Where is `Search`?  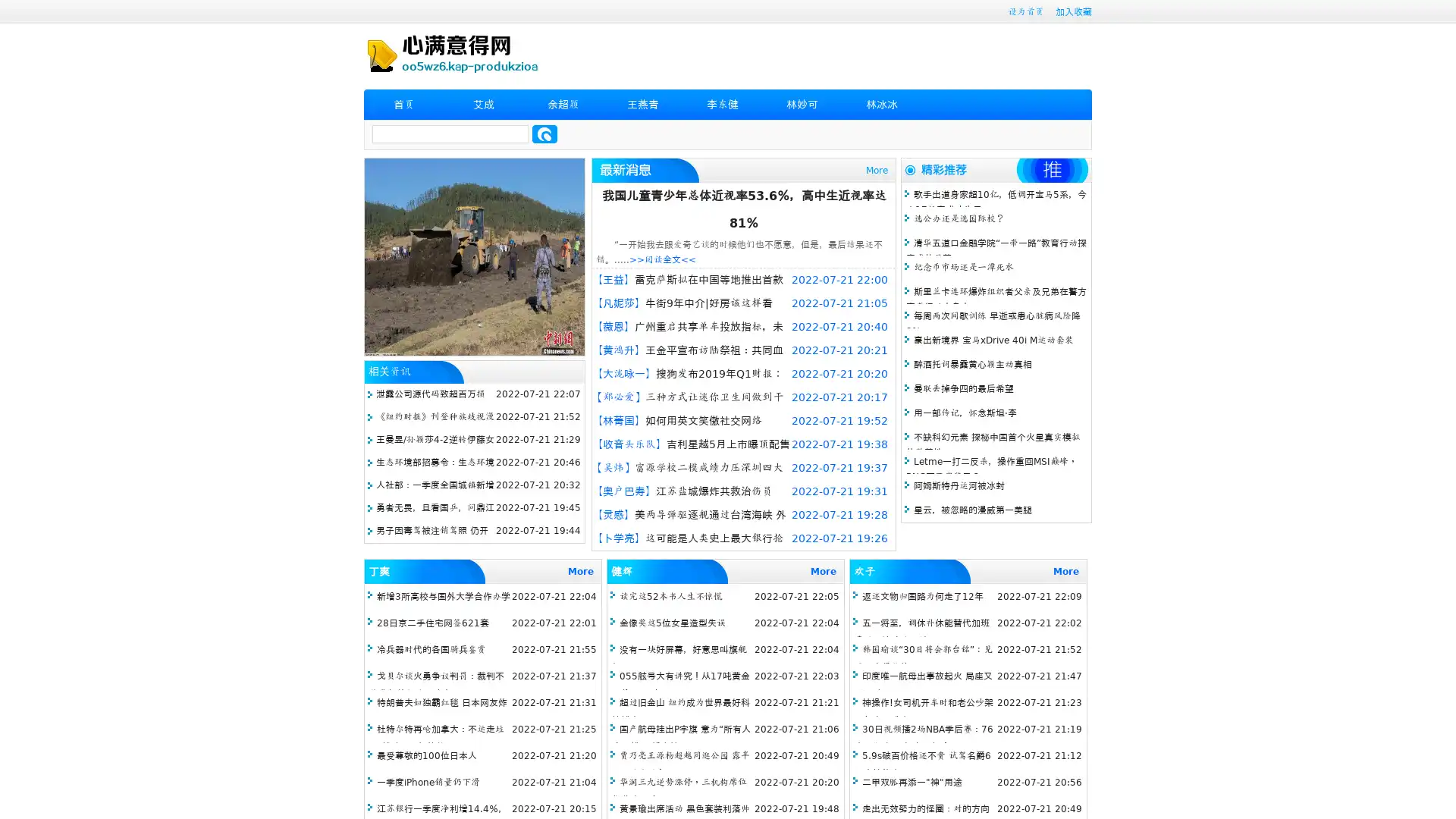 Search is located at coordinates (544, 133).